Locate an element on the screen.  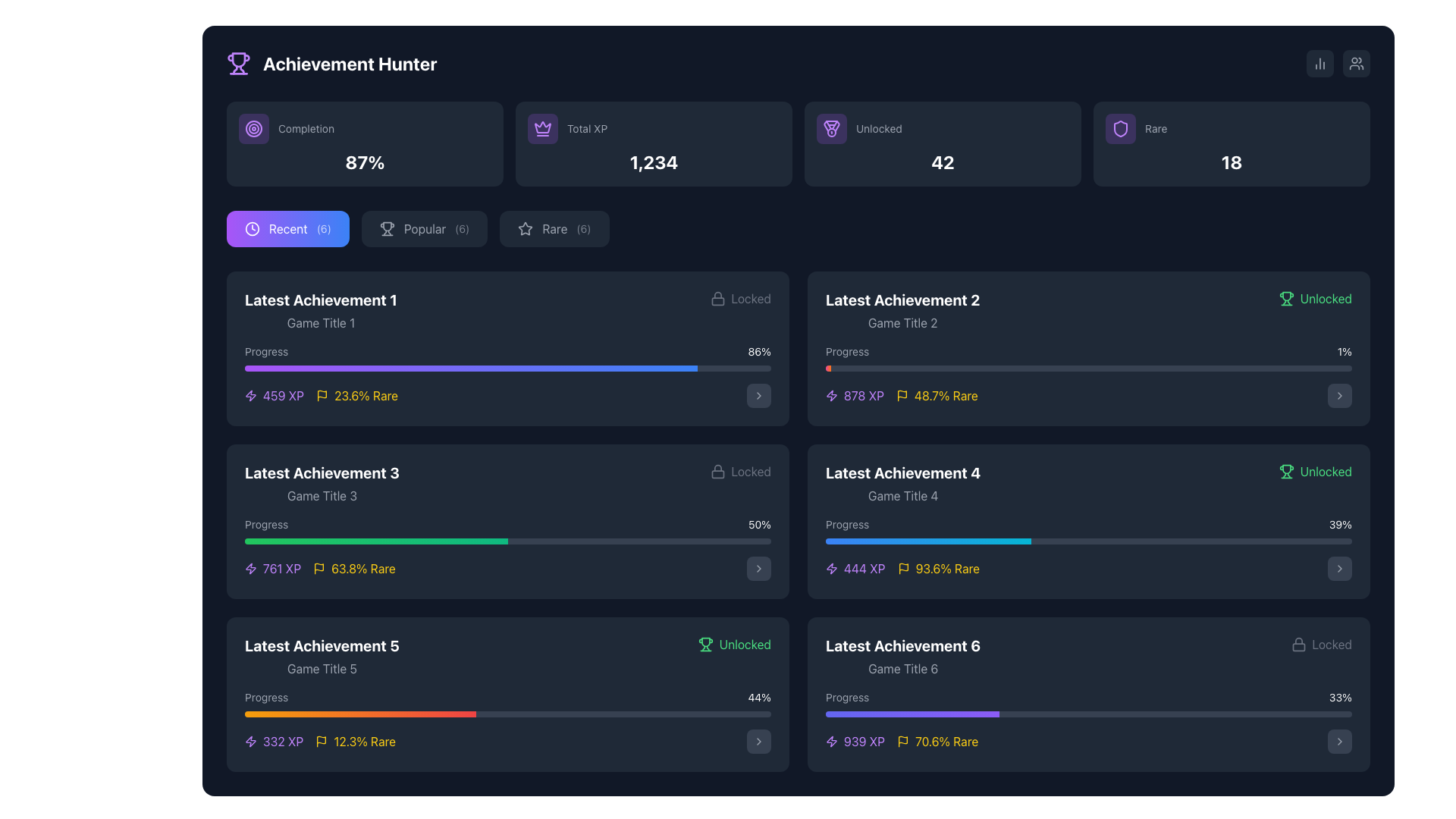
the informational display panel that shows details for 'Latest Achievement 2', which includes its name, associated game, and status, located in the second row of the achievements list is located at coordinates (1087, 309).